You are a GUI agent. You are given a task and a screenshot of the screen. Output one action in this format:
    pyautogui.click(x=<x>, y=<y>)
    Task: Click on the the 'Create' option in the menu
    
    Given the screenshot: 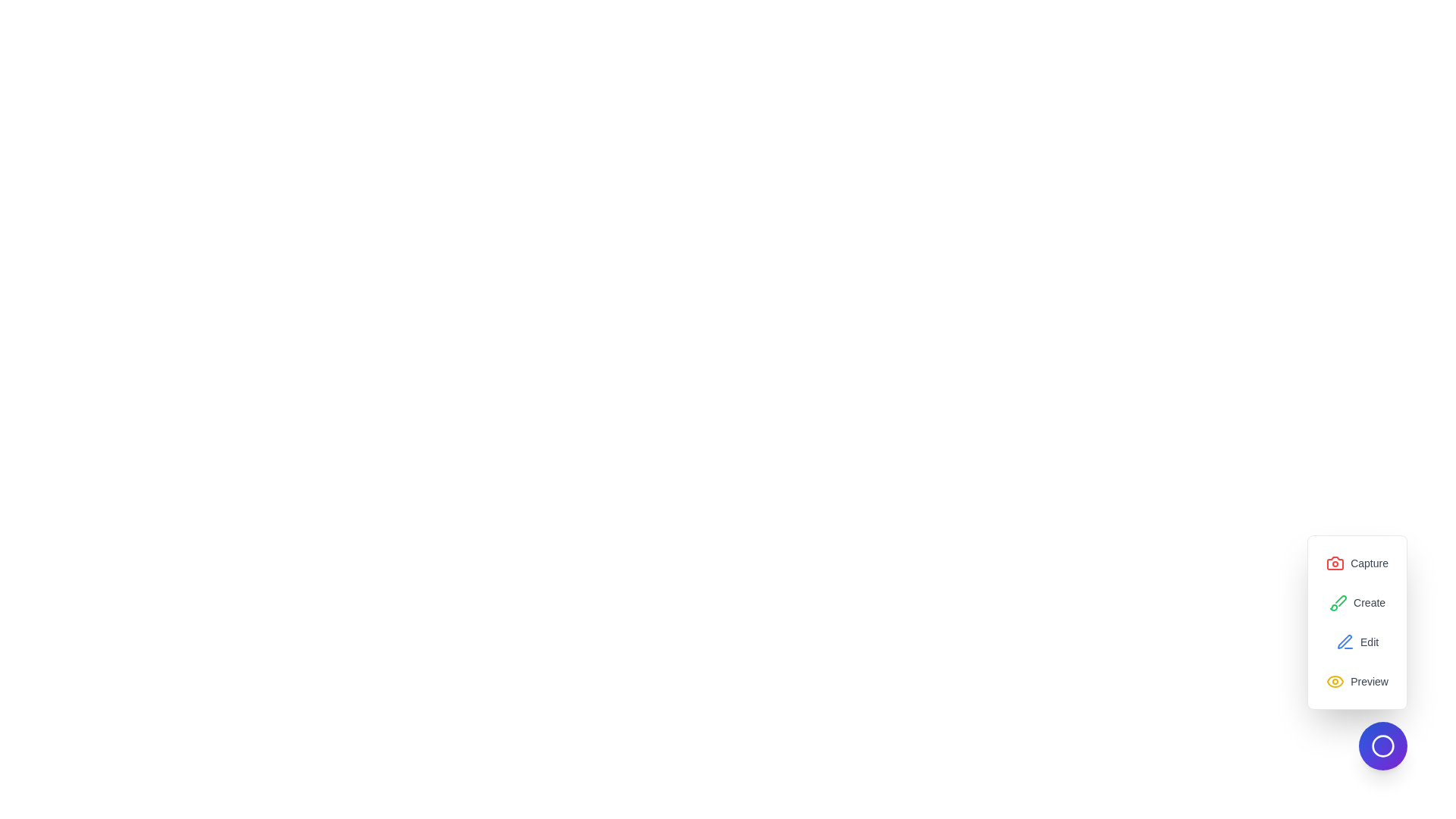 What is the action you would take?
    pyautogui.click(x=1357, y=601)
    